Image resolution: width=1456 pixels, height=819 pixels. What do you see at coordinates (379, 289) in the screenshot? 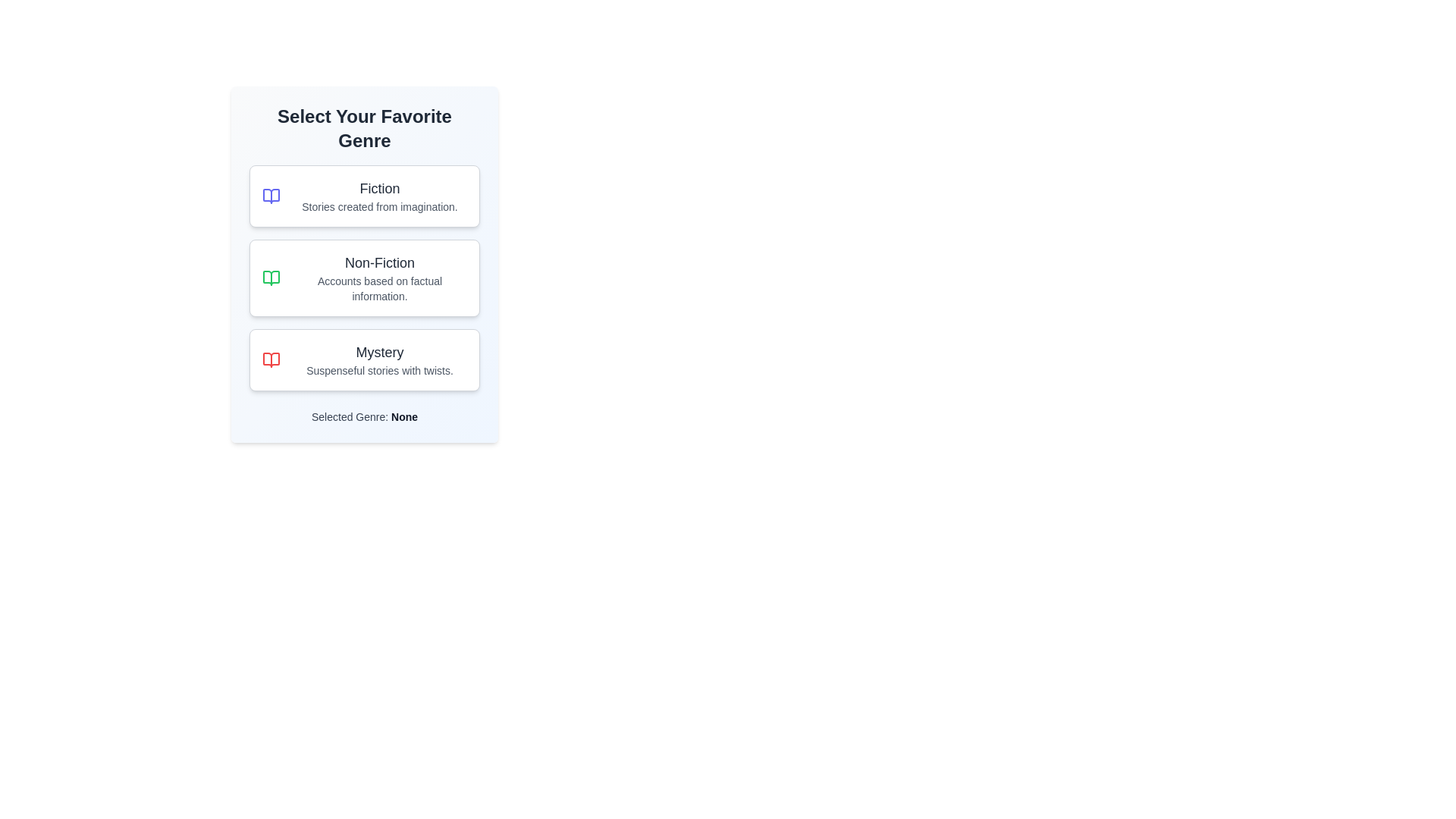
I see `the descriptive text label 'Accounts based on factual information.' located below the heading 'Non-Fiction' in the genre selection box` at bounding box center [379, 289].